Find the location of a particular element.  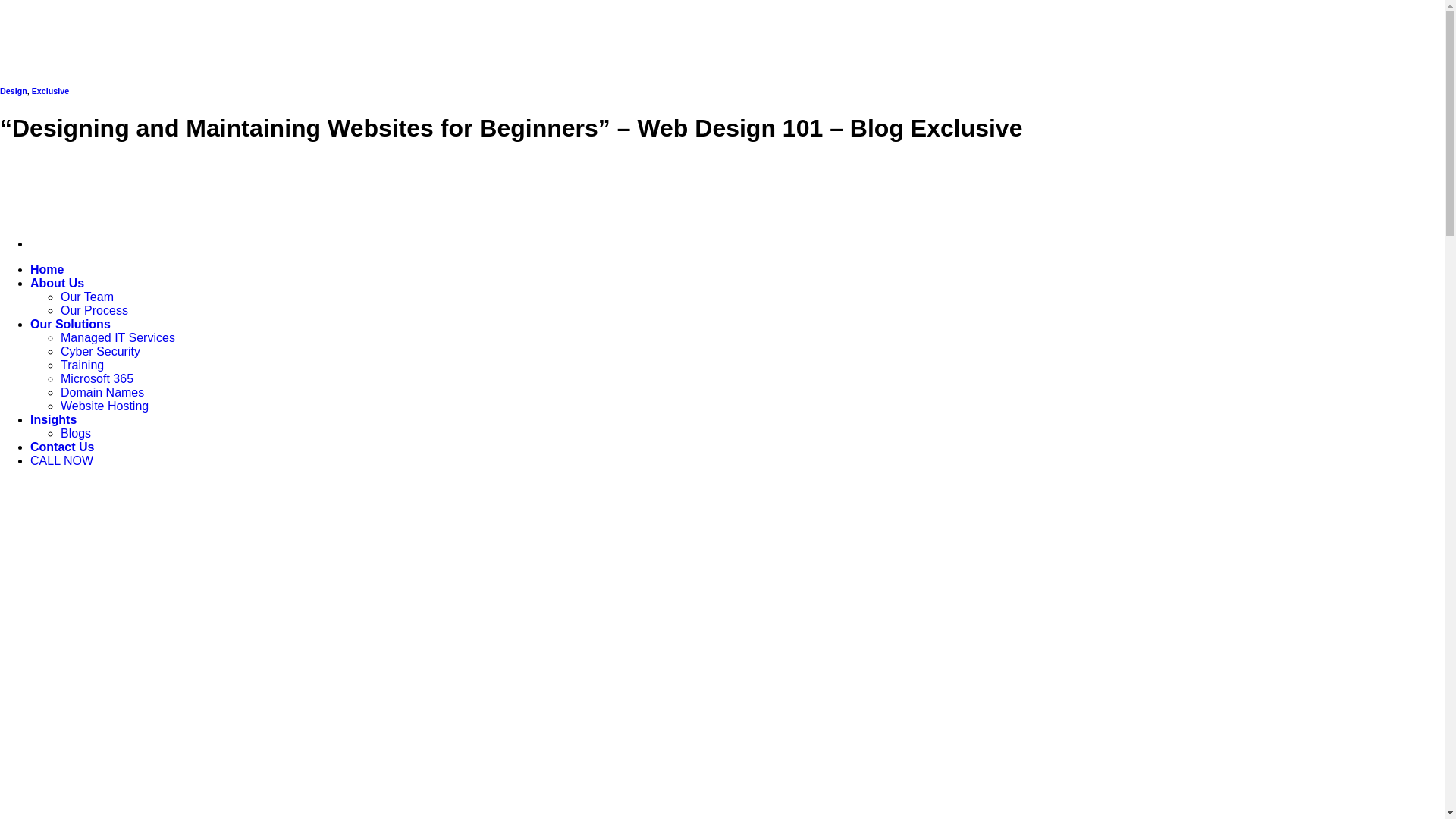

'Domain Names' is located at coordinates (101, 391).